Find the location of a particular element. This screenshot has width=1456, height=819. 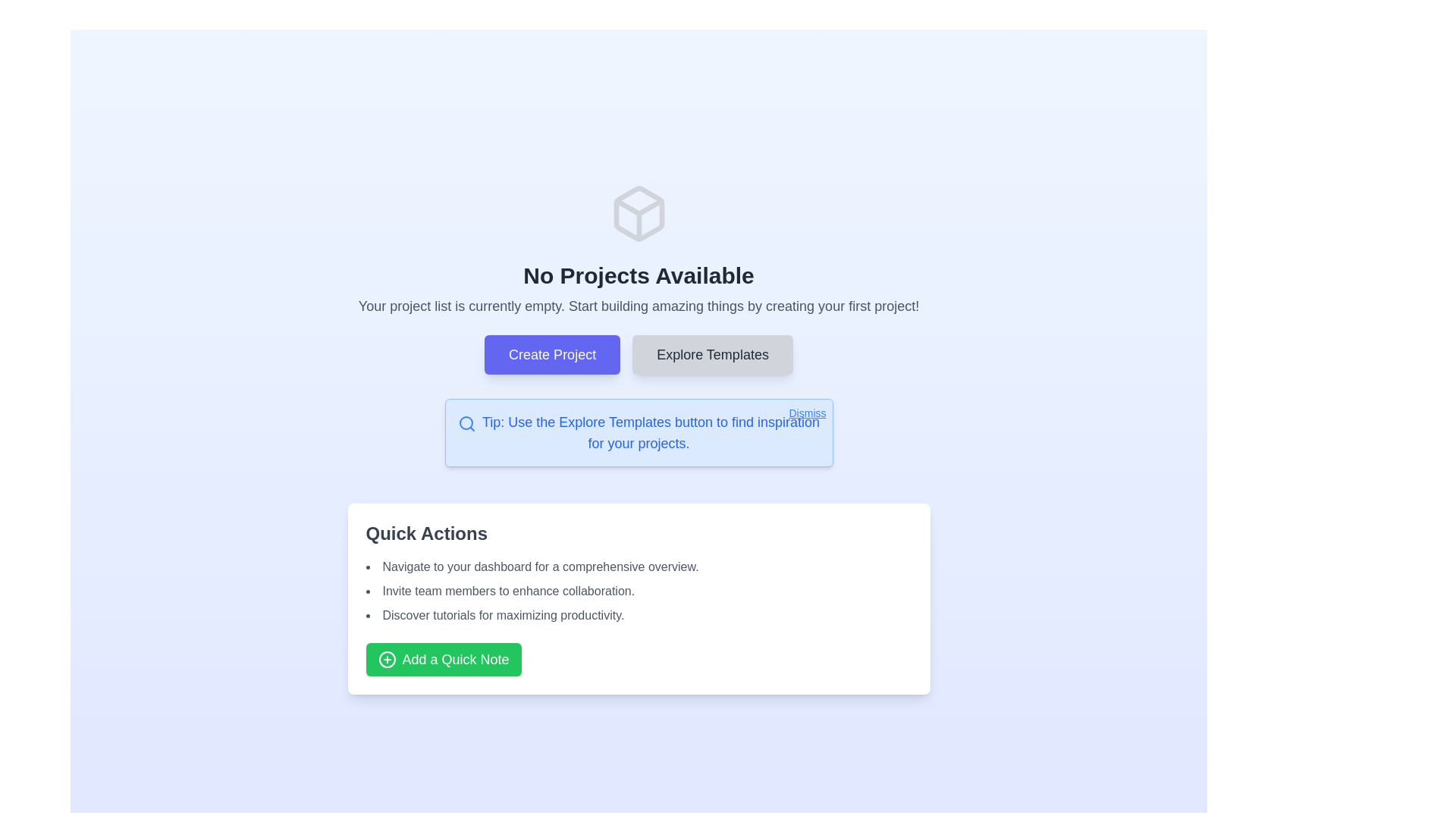

the dismiss button located at the top-right corner inside the rounded blue-bordered notification box is located at coordinates (807, 413).